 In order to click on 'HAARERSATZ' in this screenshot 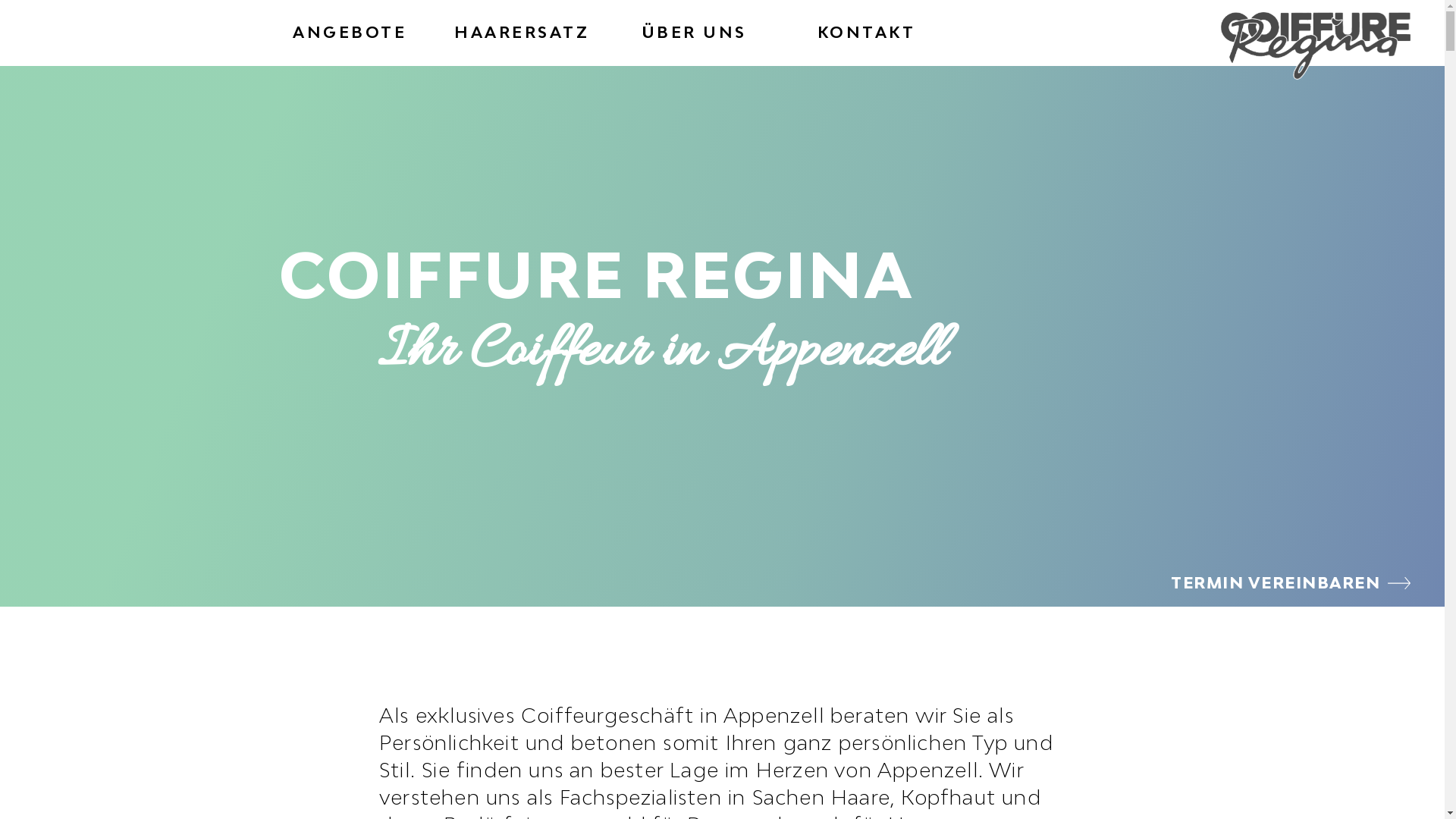, I will do `click(521, 32)`.